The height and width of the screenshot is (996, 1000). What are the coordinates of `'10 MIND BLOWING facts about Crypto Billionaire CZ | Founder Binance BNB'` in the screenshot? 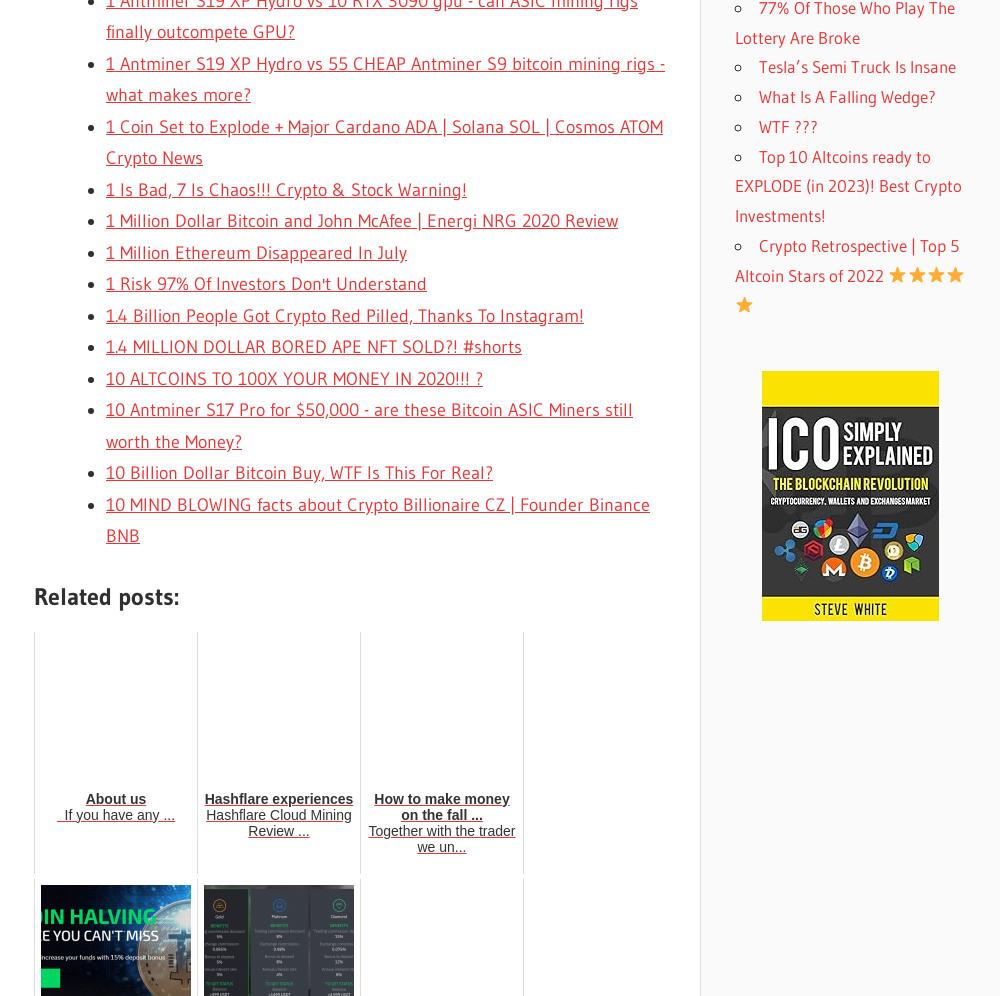 It's located at (378, 520).